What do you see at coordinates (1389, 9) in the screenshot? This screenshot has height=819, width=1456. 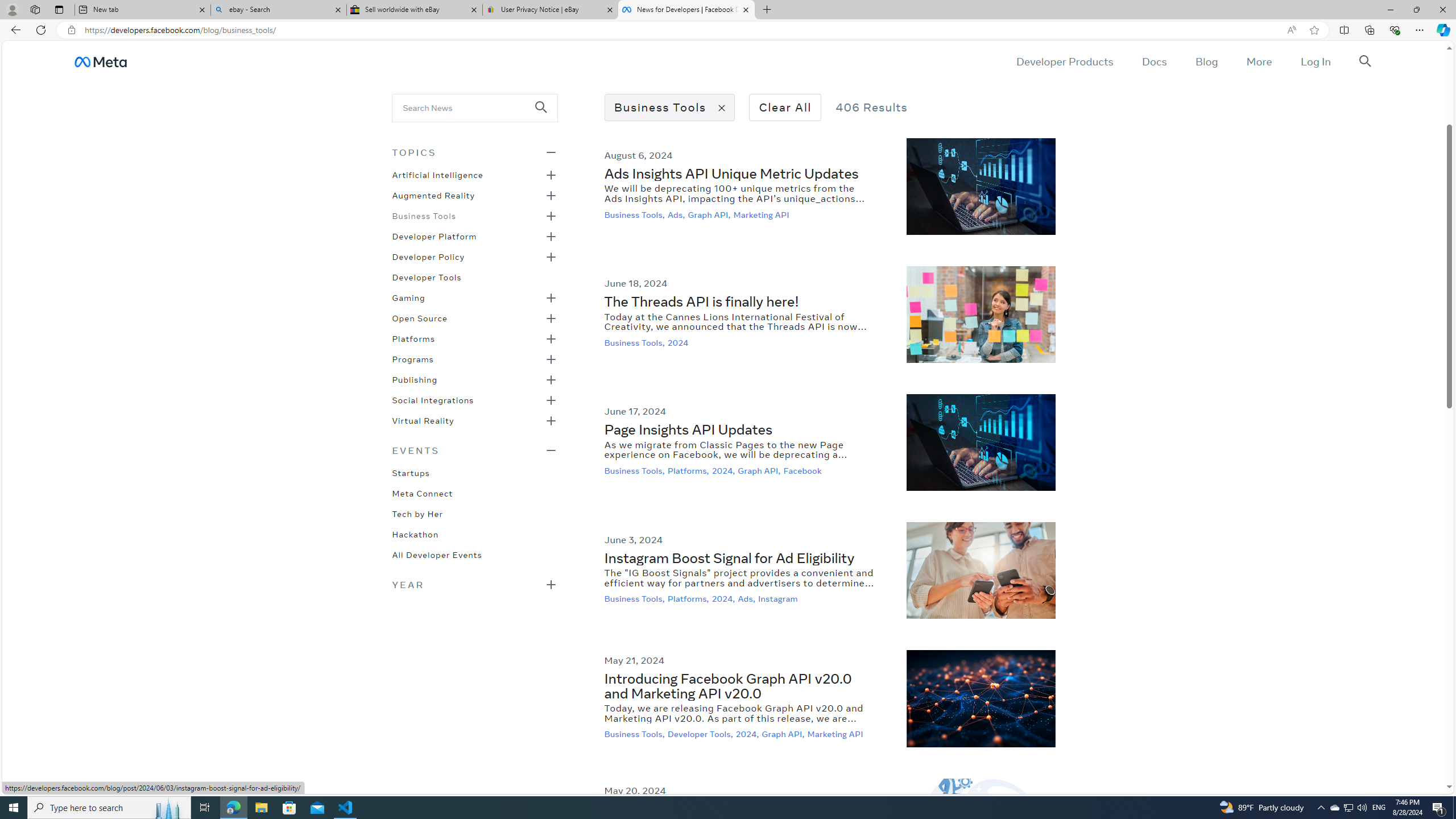 I see `'Minimize'` at bounding box center [1389, 9].